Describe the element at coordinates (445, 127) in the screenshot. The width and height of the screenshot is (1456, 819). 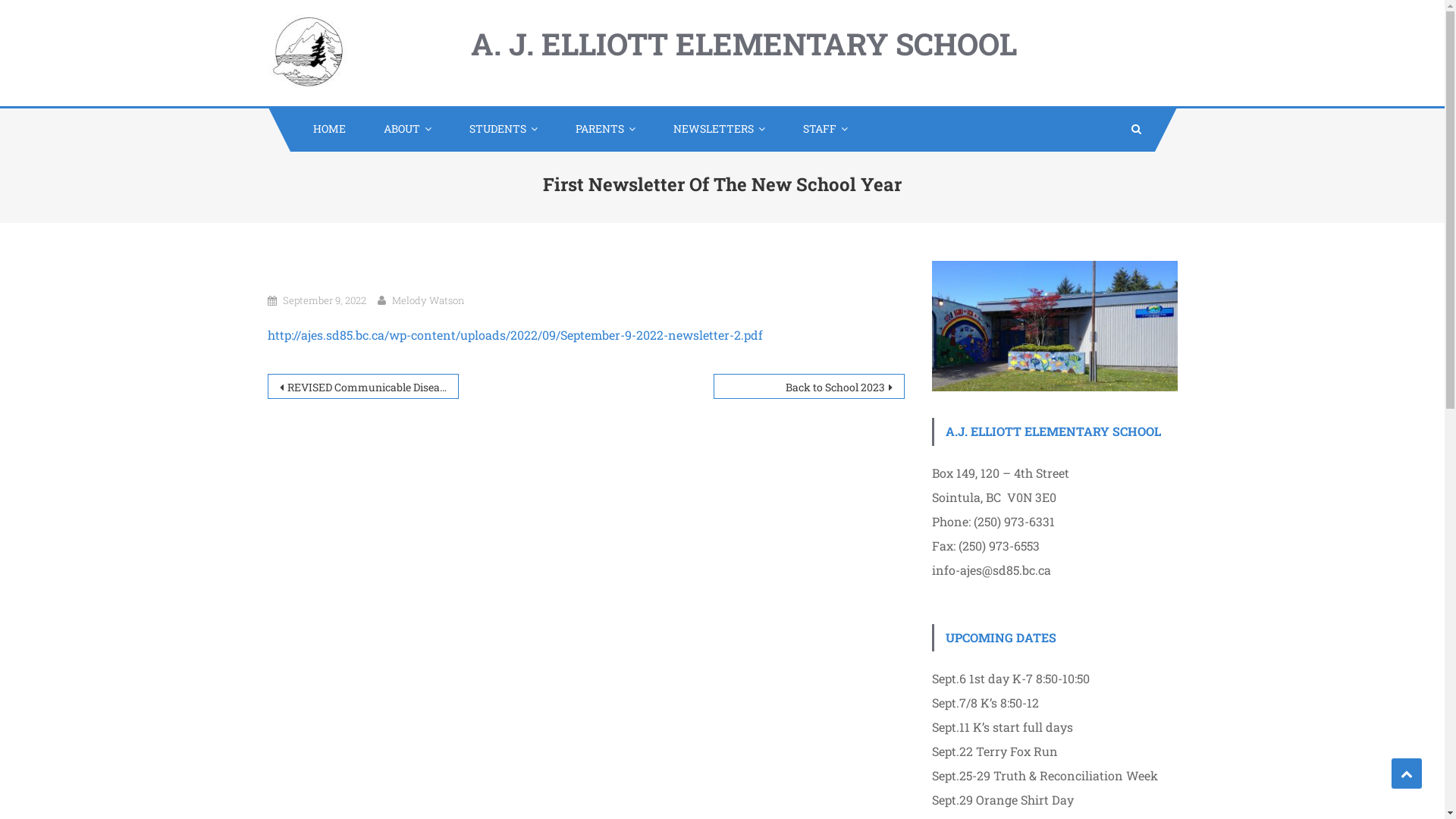
I see `'STUDENTS'` at that location.